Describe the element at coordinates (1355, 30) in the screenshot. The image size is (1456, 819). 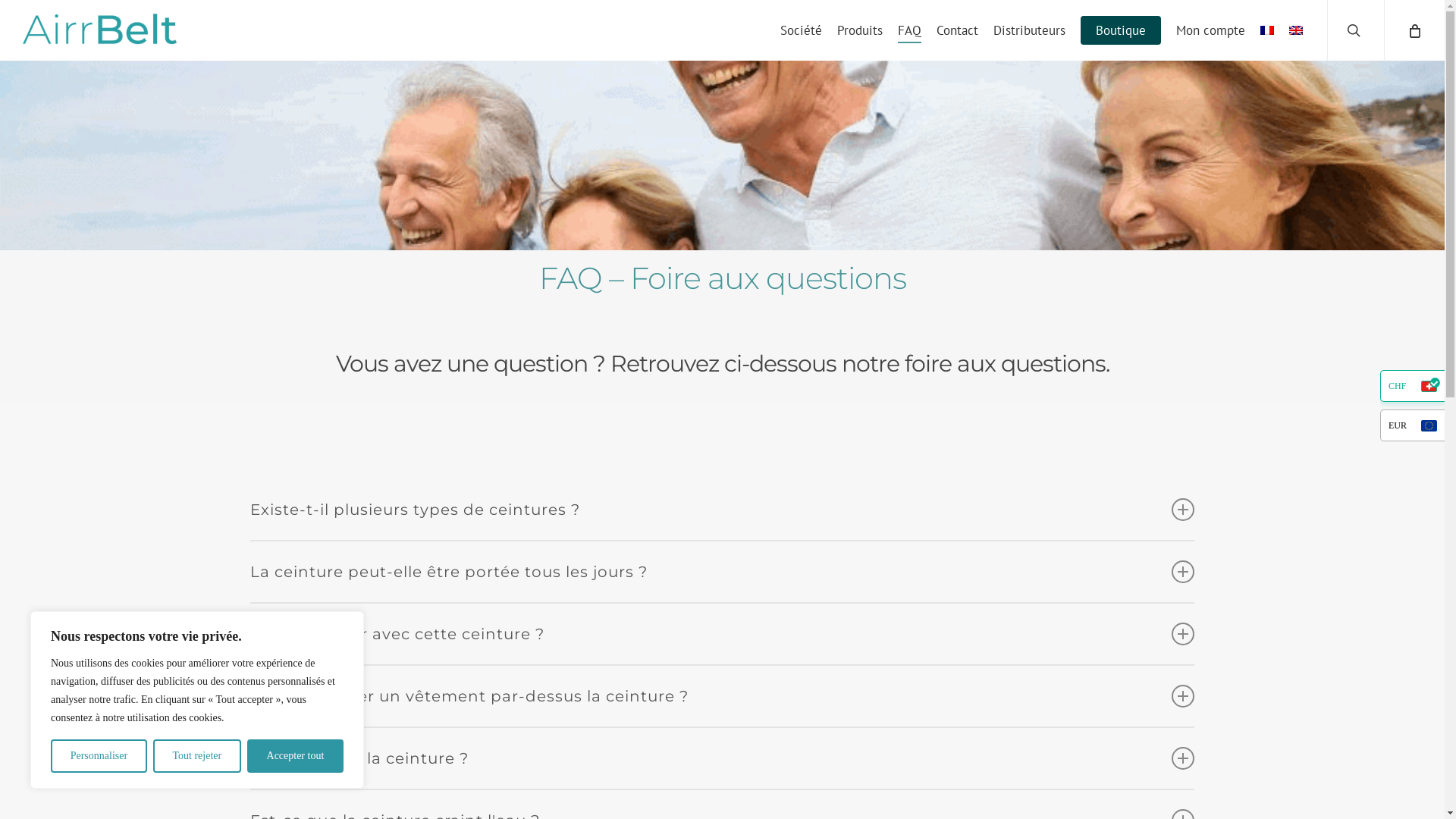
I see `'search'` at that location.